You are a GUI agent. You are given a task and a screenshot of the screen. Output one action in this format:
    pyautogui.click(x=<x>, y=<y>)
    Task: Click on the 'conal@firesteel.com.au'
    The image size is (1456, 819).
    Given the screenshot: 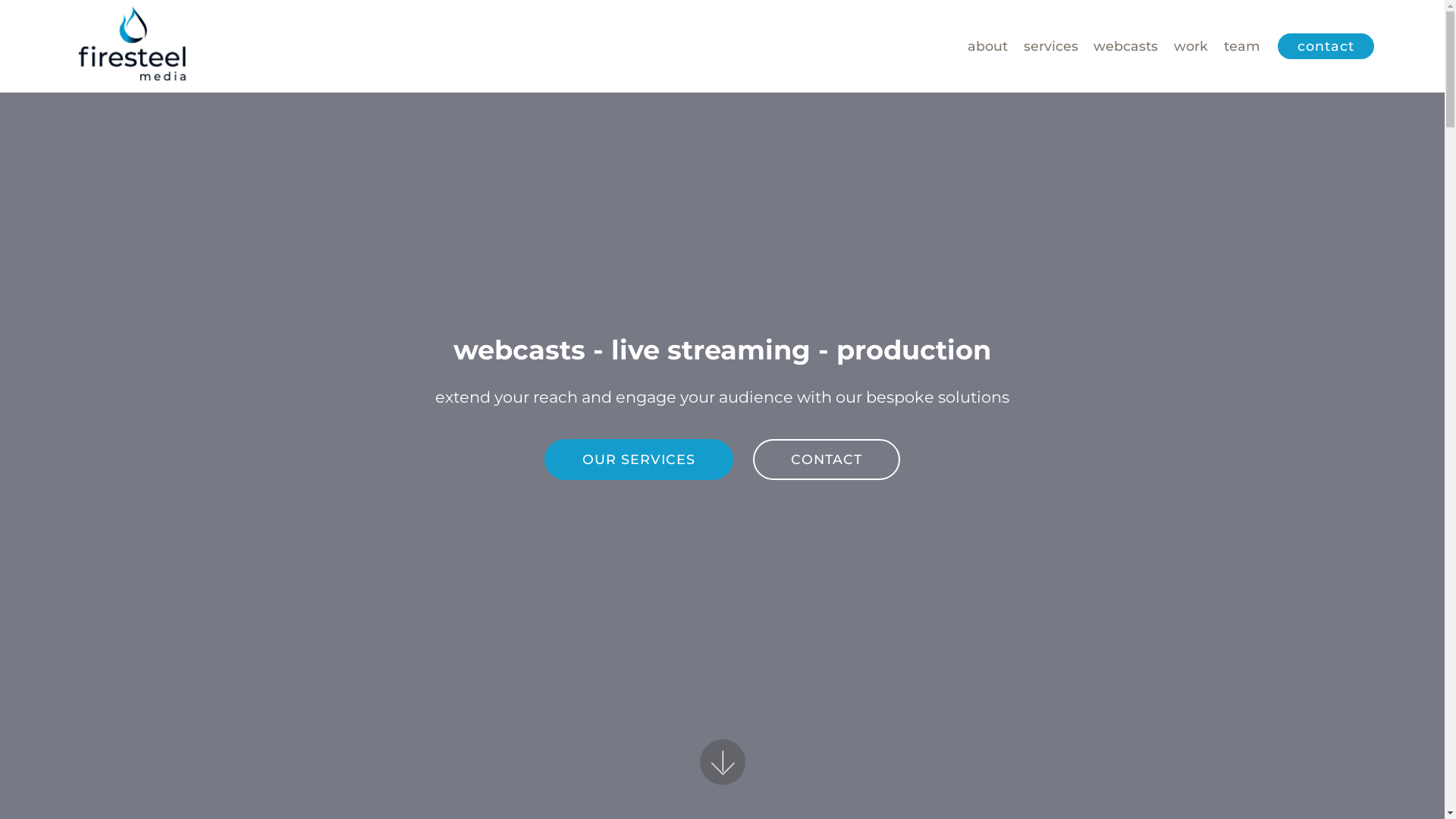 What is the action you would take?
    pyautogui.click(x=523, y=648)
    